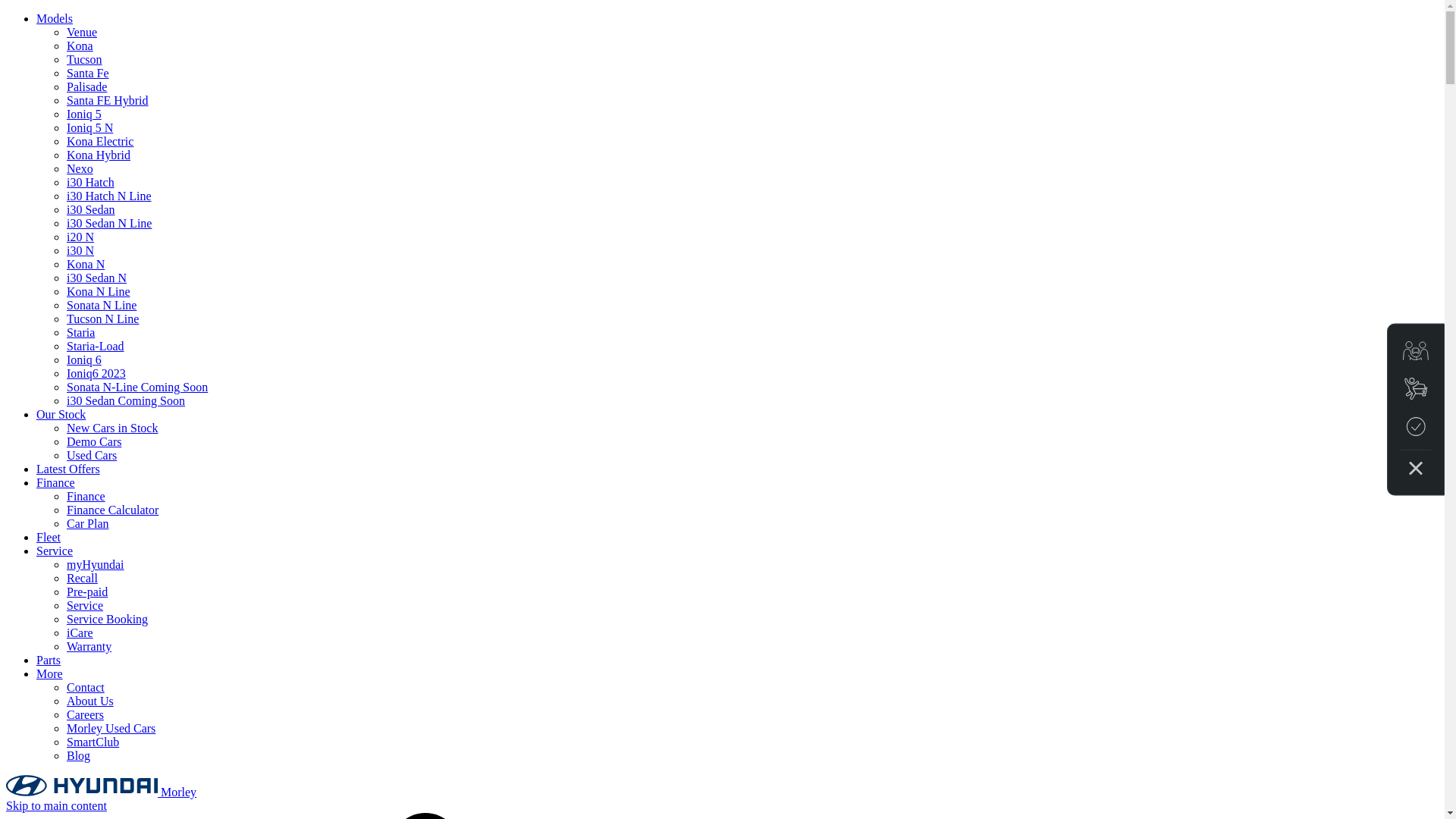  Describe the element at coordinates (111, 510) in the screenshot. I see `'Finance Calculator'` at that location.